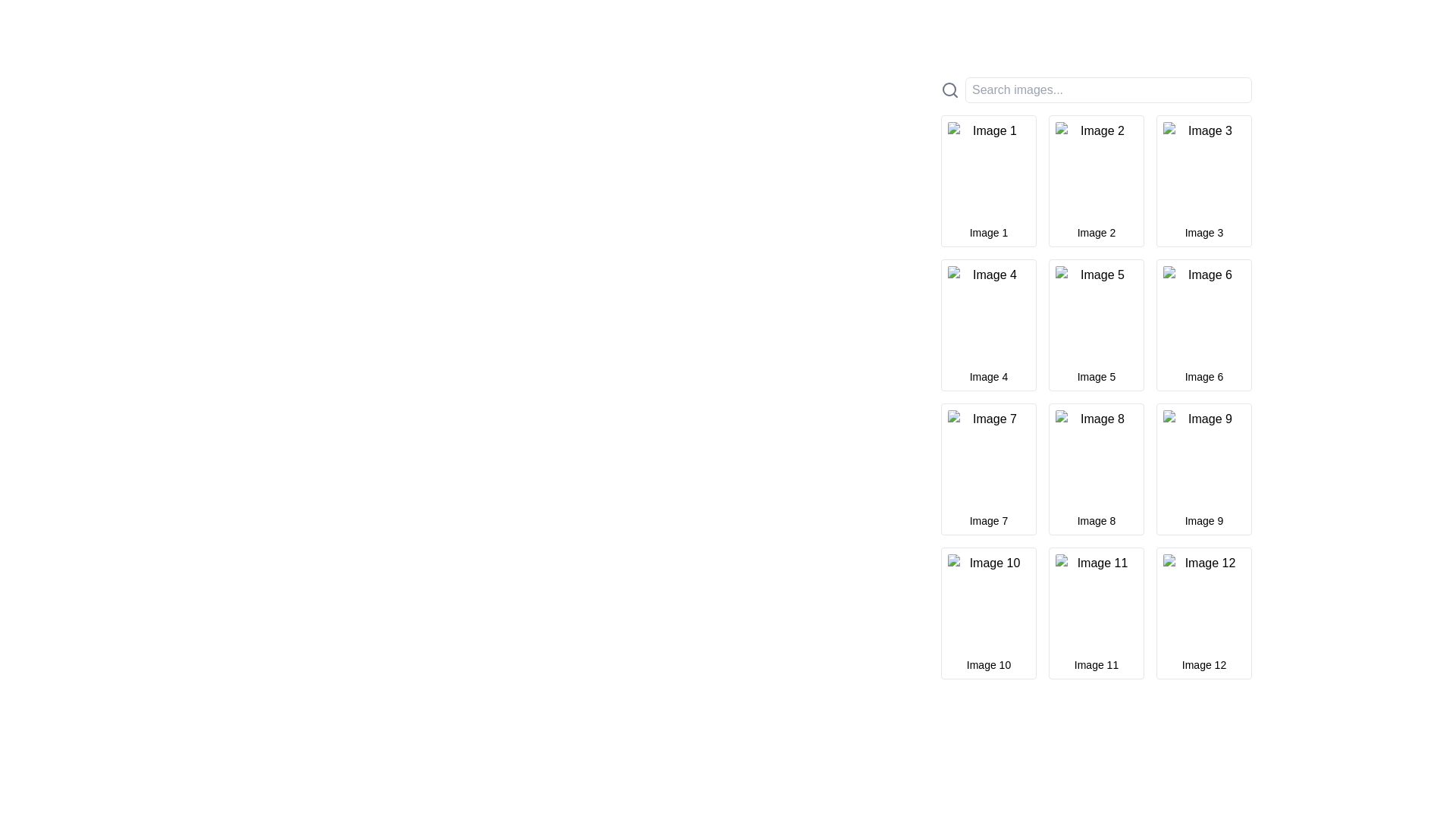 The height and width of the screenshot is (819, 1456). What do you see at coordinates (1096, 601) in the screenshot?
I see `the image placeholder labeled 'Image 11'` at bounding box center [1096, 601].